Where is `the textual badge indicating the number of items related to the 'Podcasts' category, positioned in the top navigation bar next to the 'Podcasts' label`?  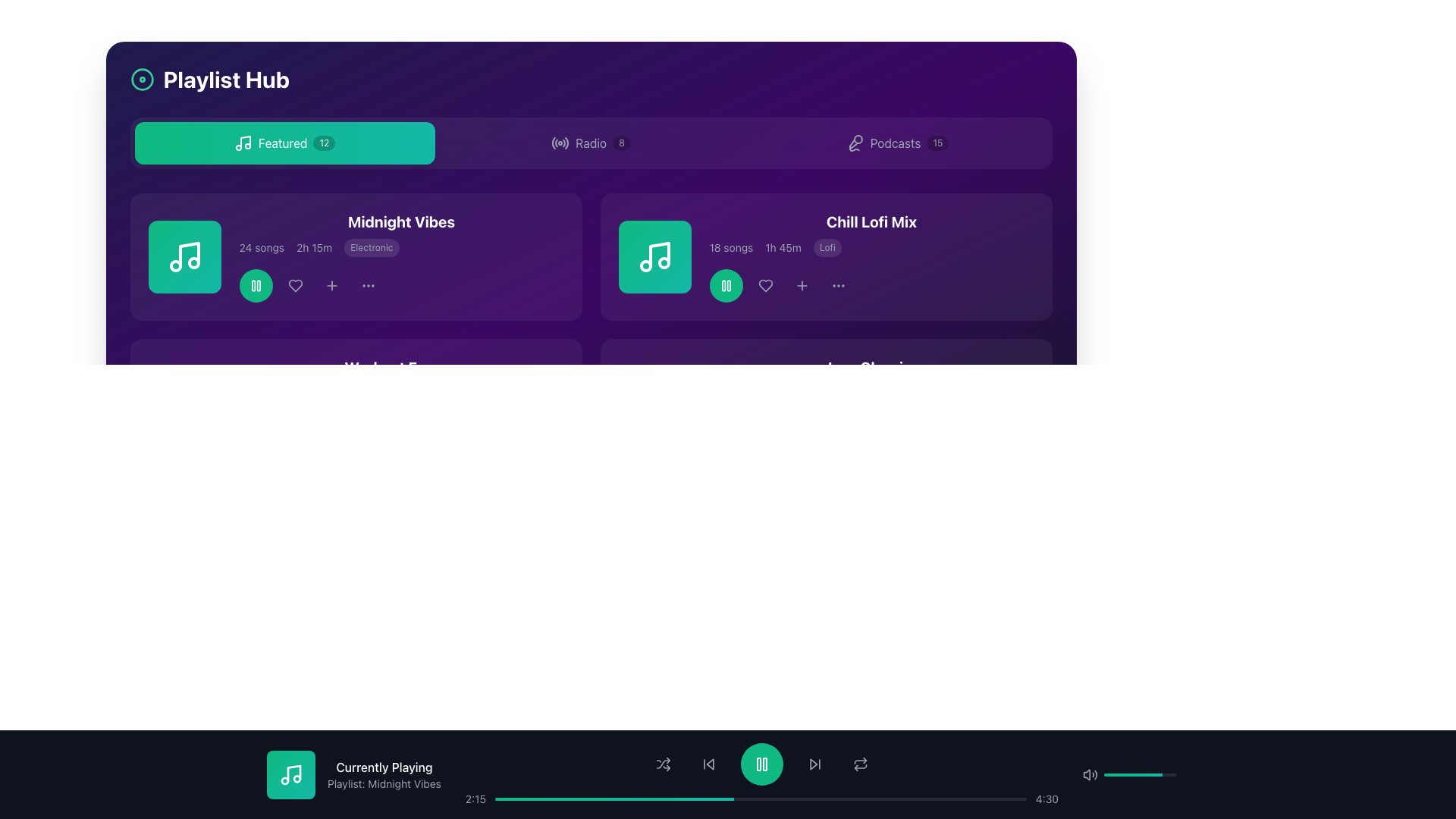 the textual badge indicating the number of items related to the 'Podcasts' category, positioned in the top navigation bar next to the 'Podcasts' label is located at coordinates (937, 143).